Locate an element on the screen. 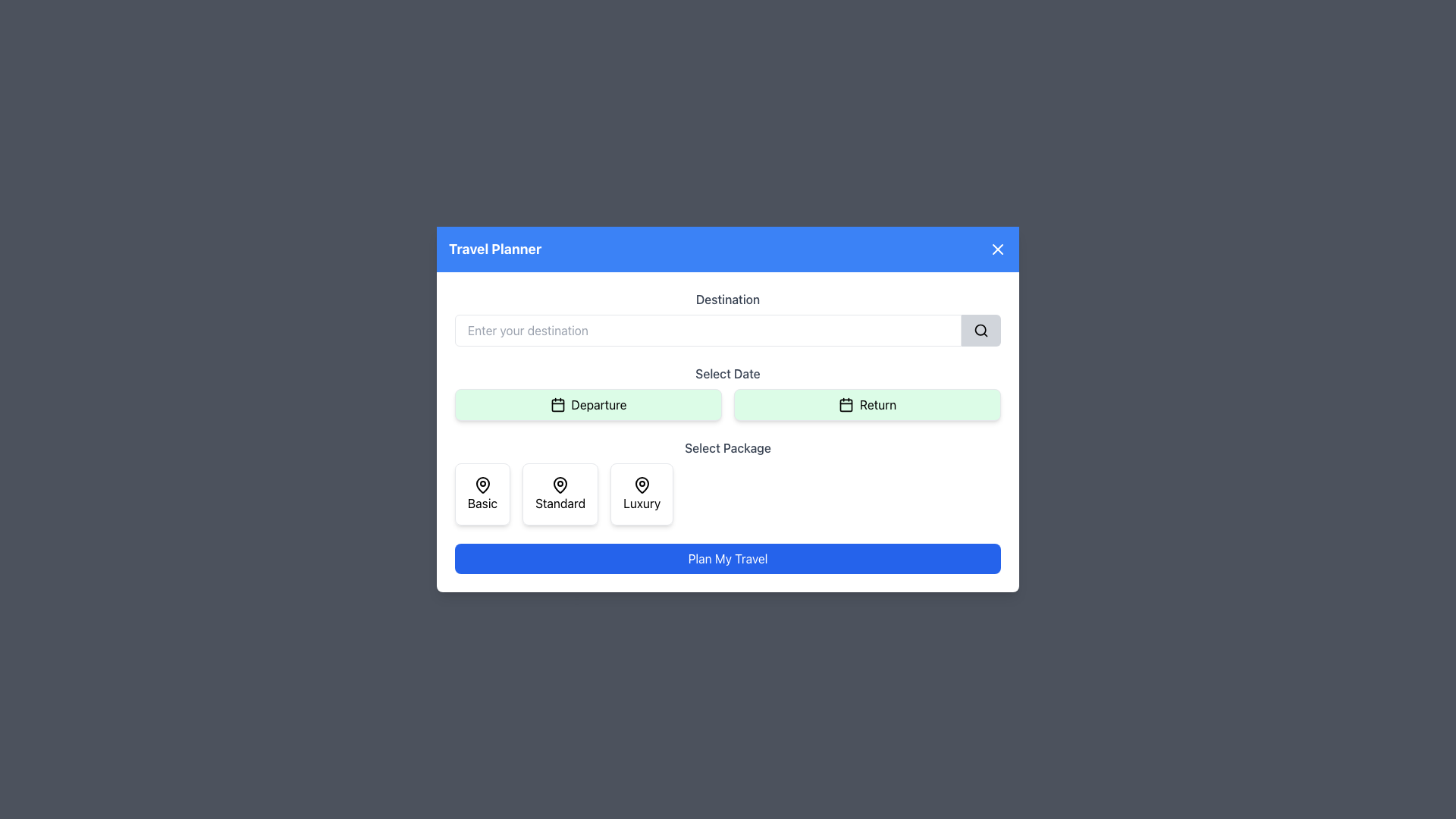 The height and width of the screenshot is (819, 1456). the calendar icon located to the left of the 'Return' button in the 'Select Date' section is located at coordinates (845, 403).